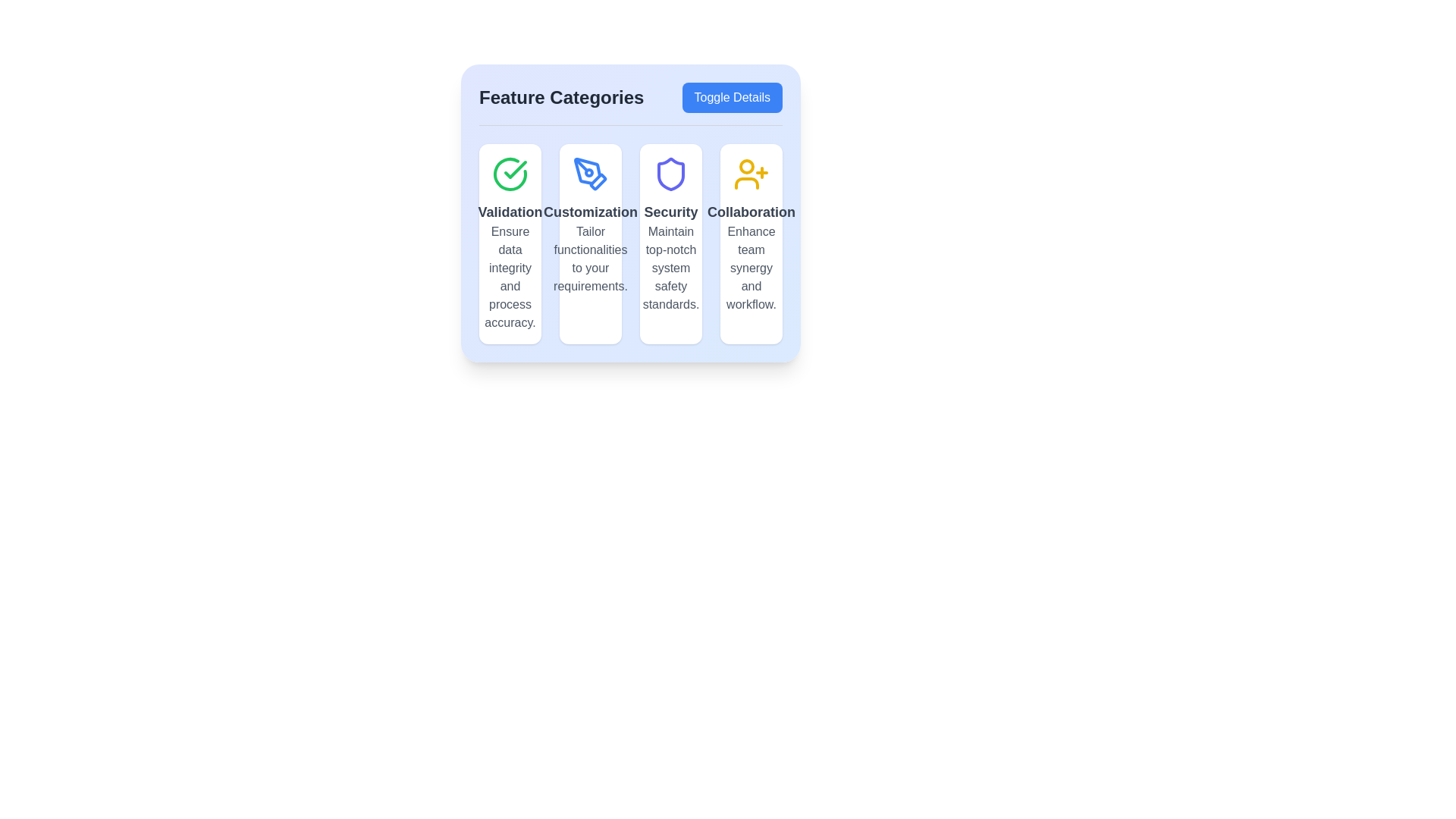 The image size is (1456, 819). I want to click on the circular icon with a green border and checkmark inside, located within the 'Validation' feature card, so click(510, 174).